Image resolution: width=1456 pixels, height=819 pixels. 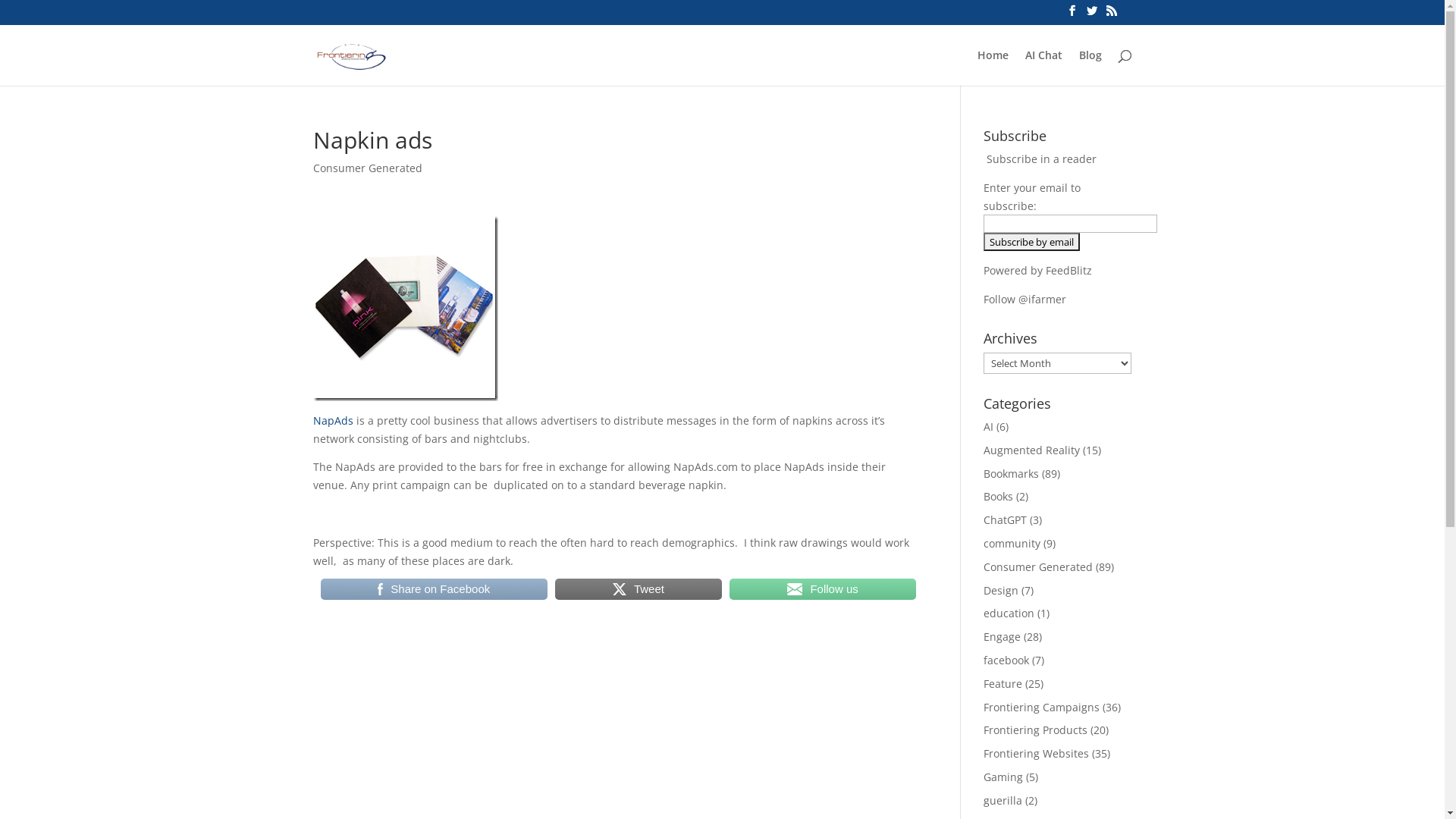 What do you see at coordinates (1006, 659) in the screenshot?
I see `'facebook'` at bounding box center [1006, 659].